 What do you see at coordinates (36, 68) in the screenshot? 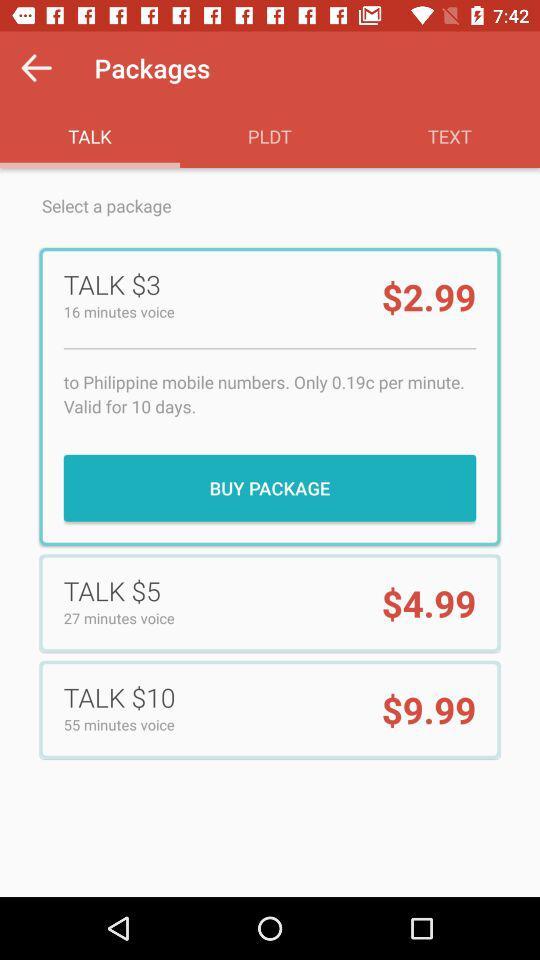
I see `the icon above the talk icon` at bounding box center [36, 68].